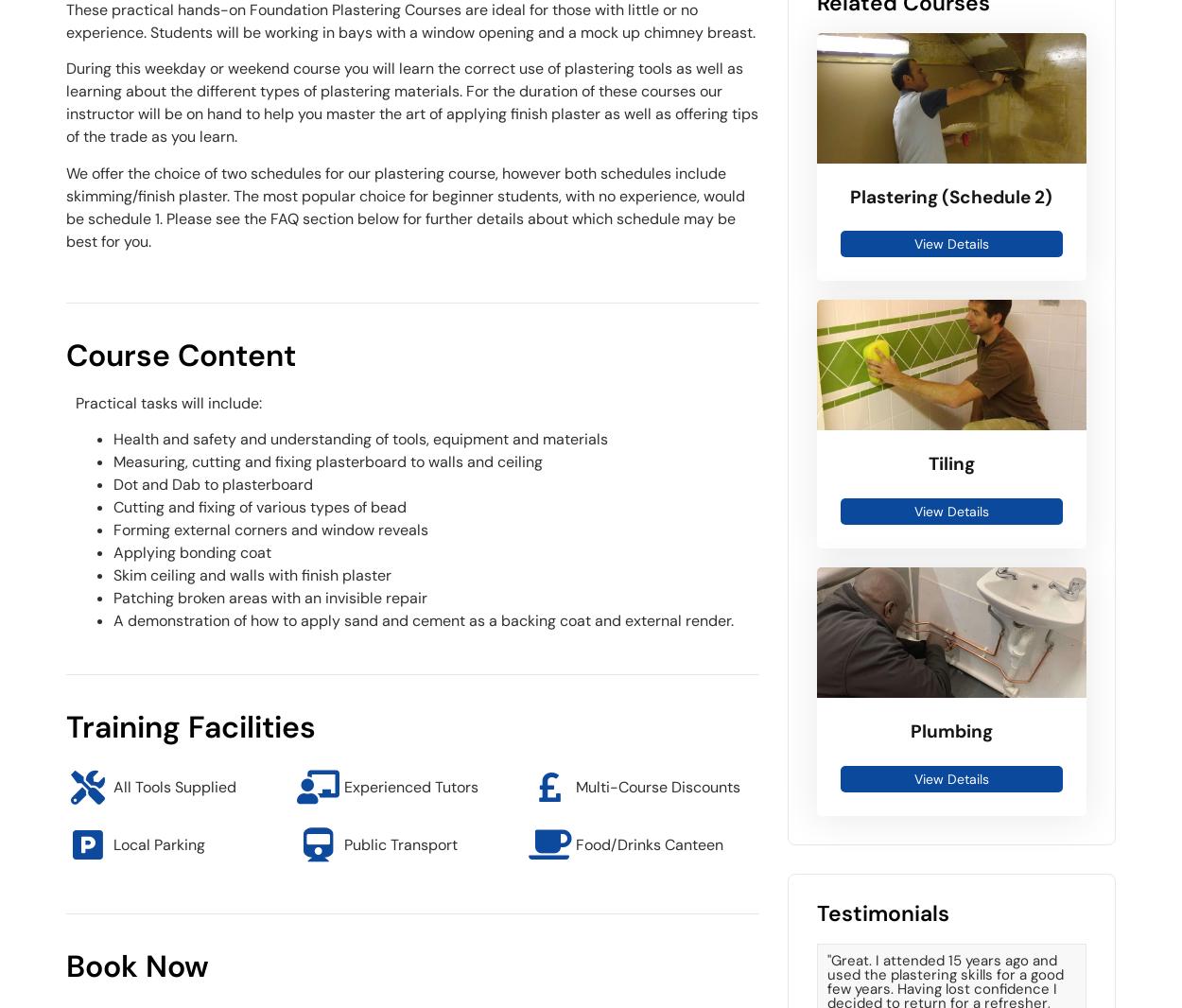  I want to click on 'Multi-Course Discounts', so click(656, 787).